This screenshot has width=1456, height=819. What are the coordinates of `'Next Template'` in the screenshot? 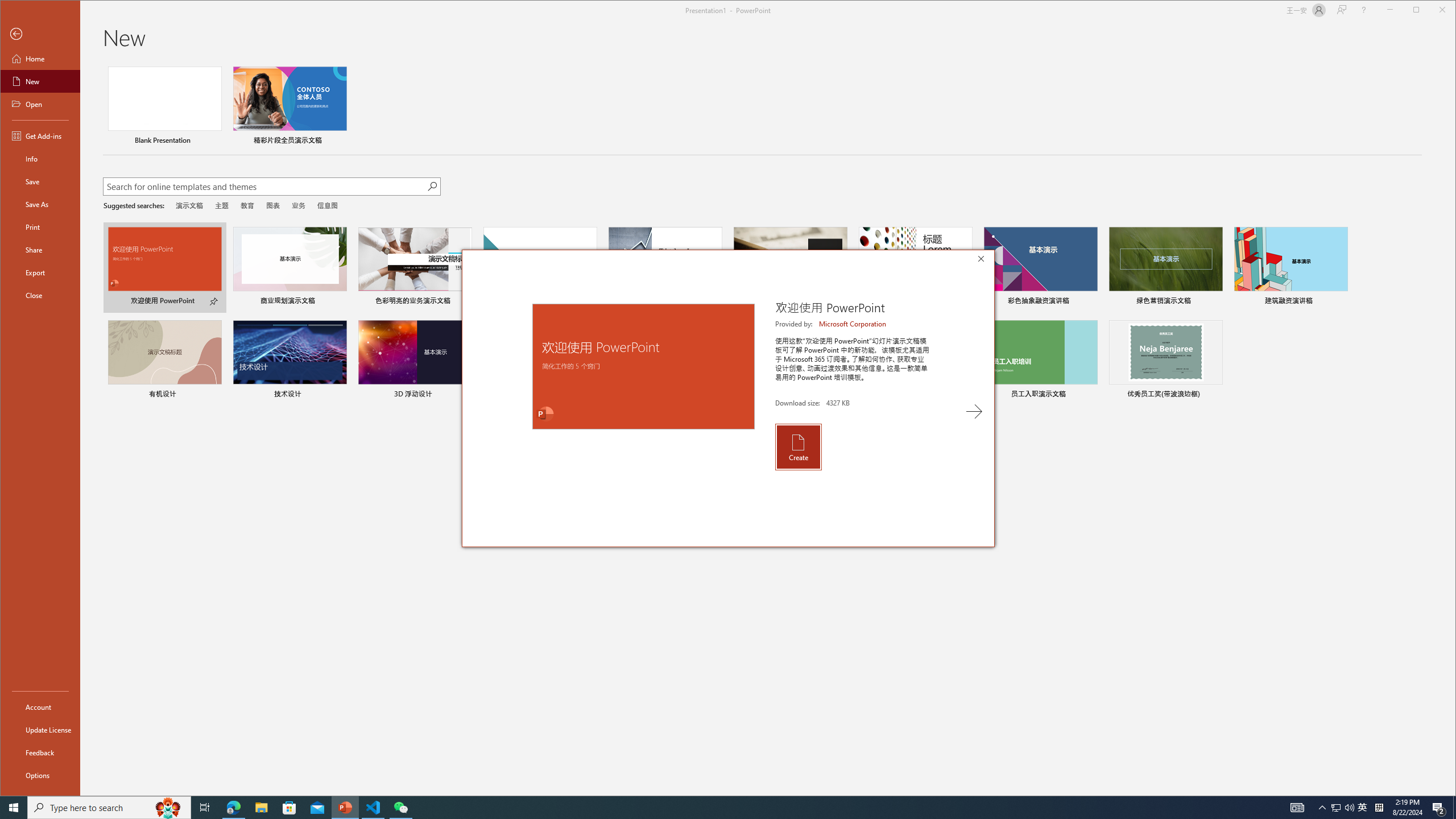 It's located at (974, 411).